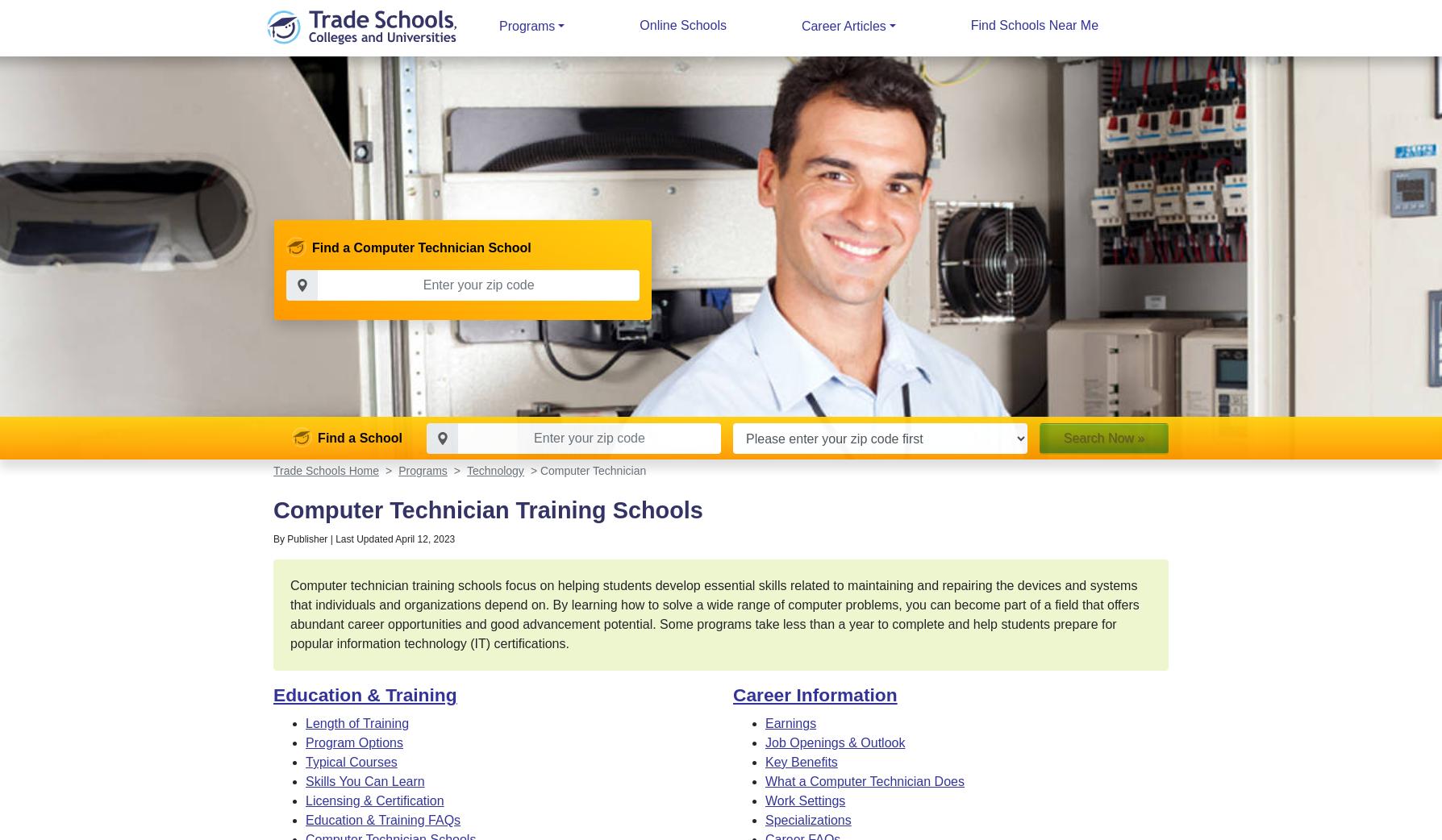  What do you see at coordinates (356, 722) in the screenshot?
I see `'Length of Training'` at bounding box center [356, 722].